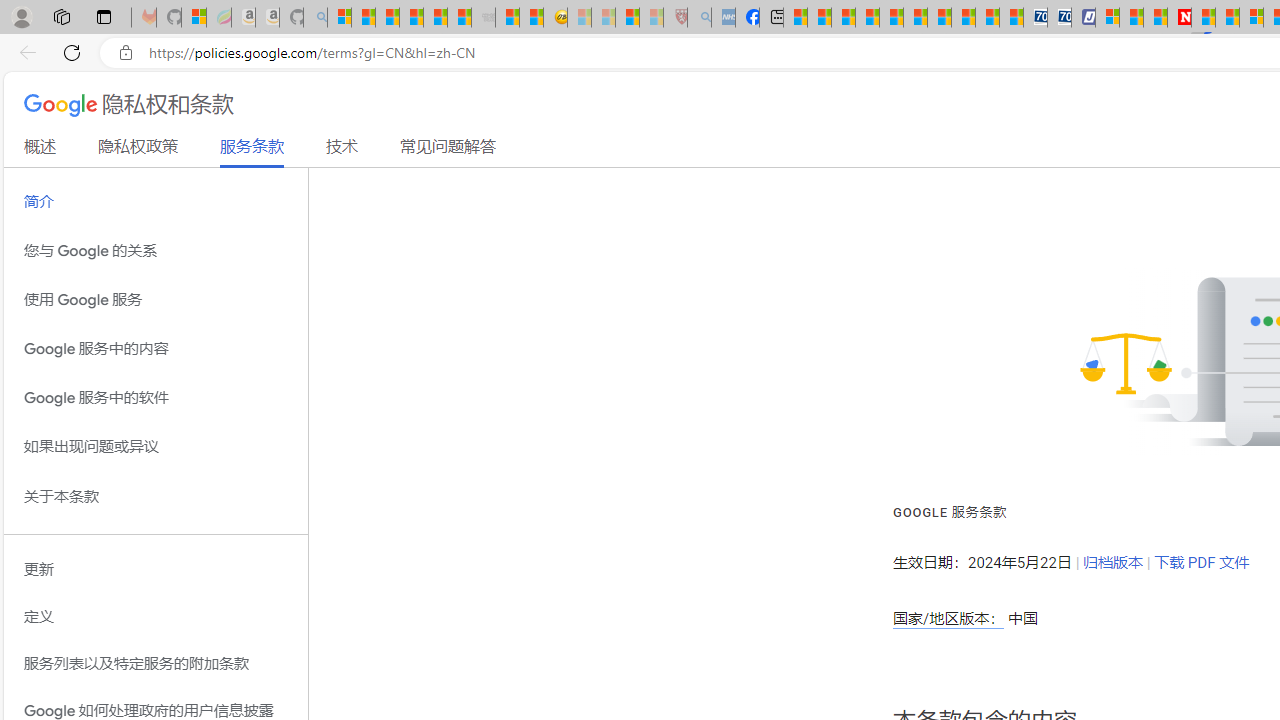 This screenshot has width=1280, height=720. What do you see at coordinates (483, 17) in the screenshot?
I see `'Combat Siege - Sleeping'` at bounding box center [483, 17].